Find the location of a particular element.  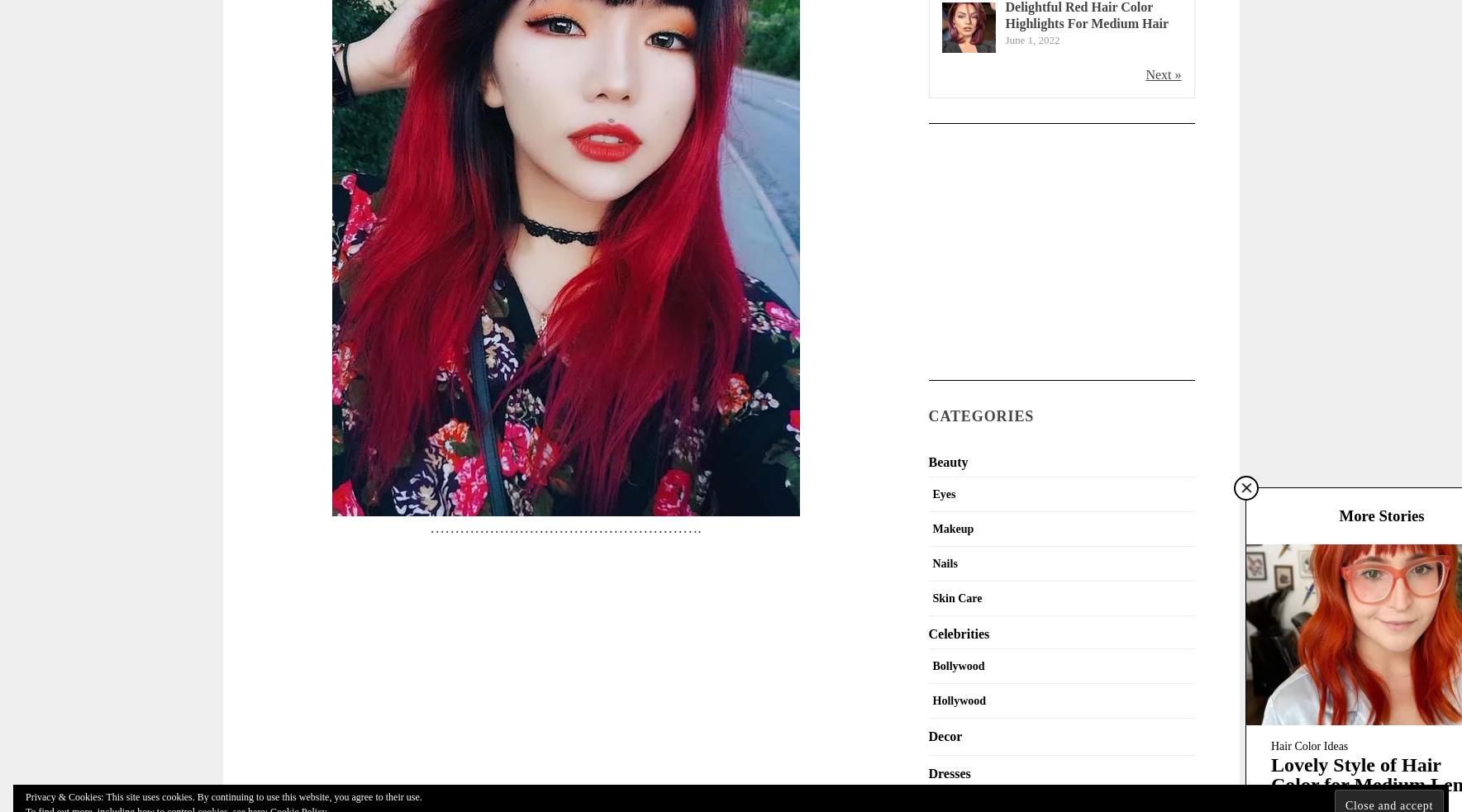

'Dresses' is located at coordinates (948, 772).